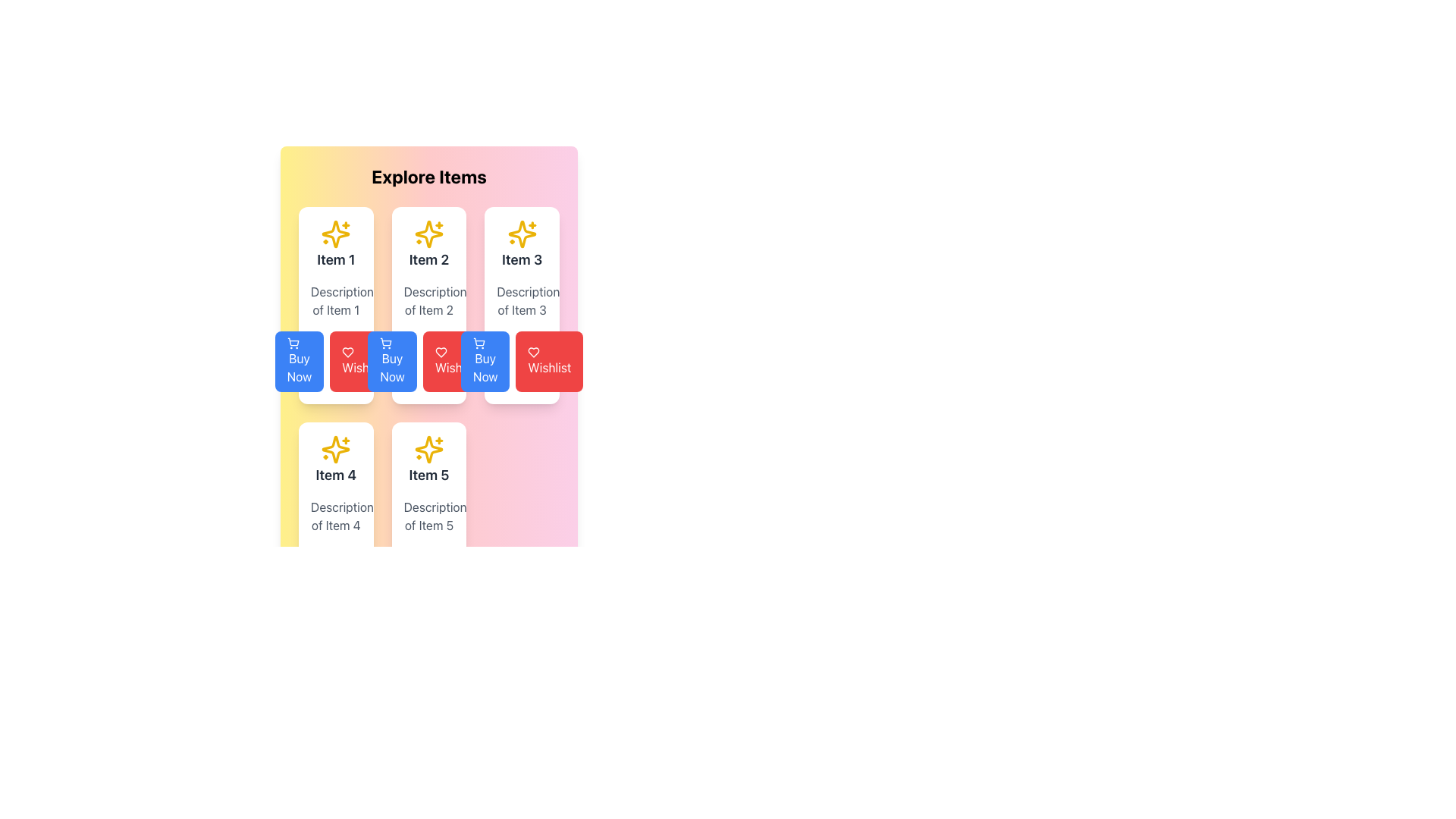  I want to click on the decorative sparkle icon representing 'Item 5' located at the top center of the card in the bottom row, second column of the grid, so click(428, 449).